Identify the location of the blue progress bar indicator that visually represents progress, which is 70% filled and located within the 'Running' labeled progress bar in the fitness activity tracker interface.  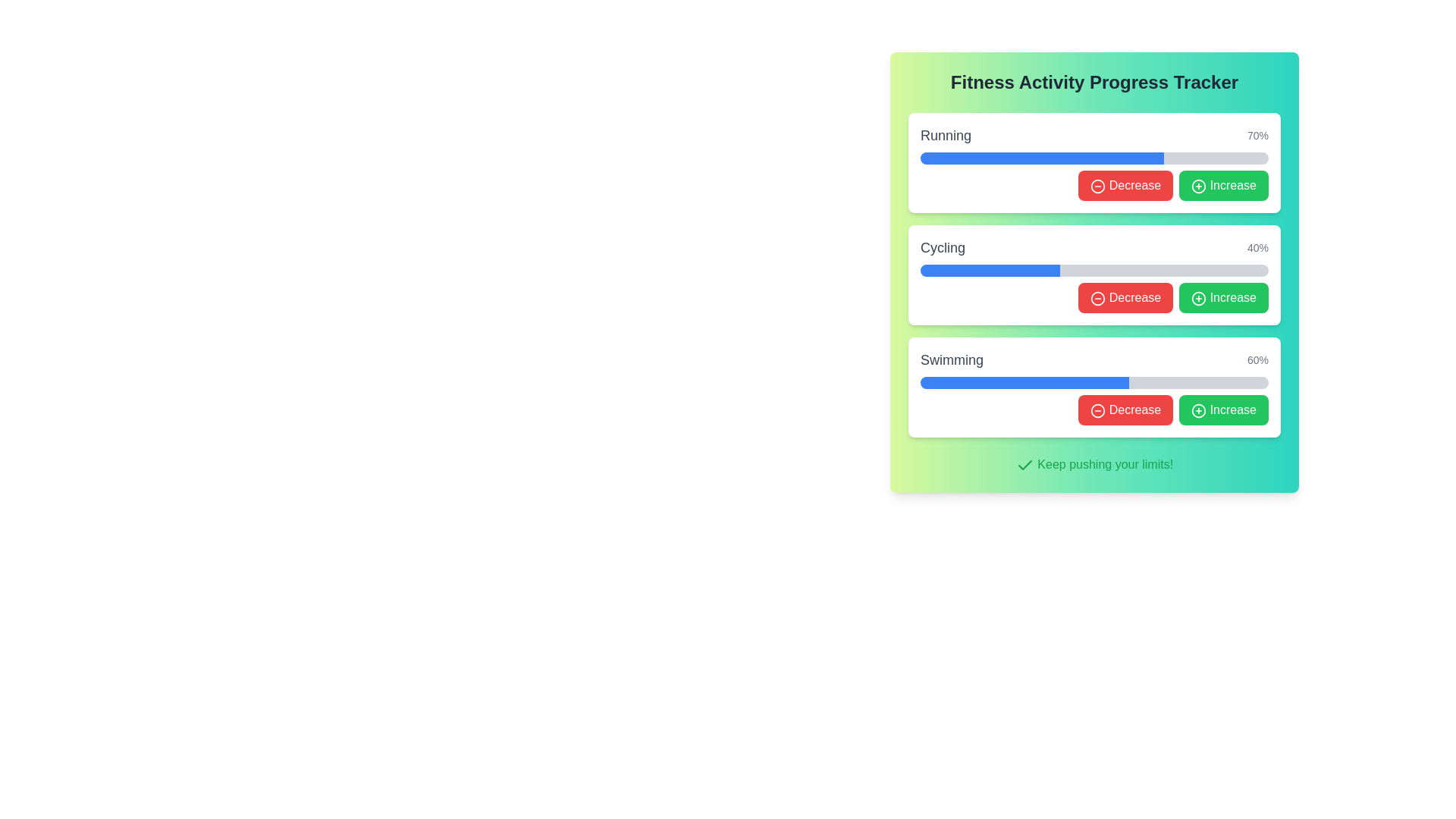
(1041, 158).